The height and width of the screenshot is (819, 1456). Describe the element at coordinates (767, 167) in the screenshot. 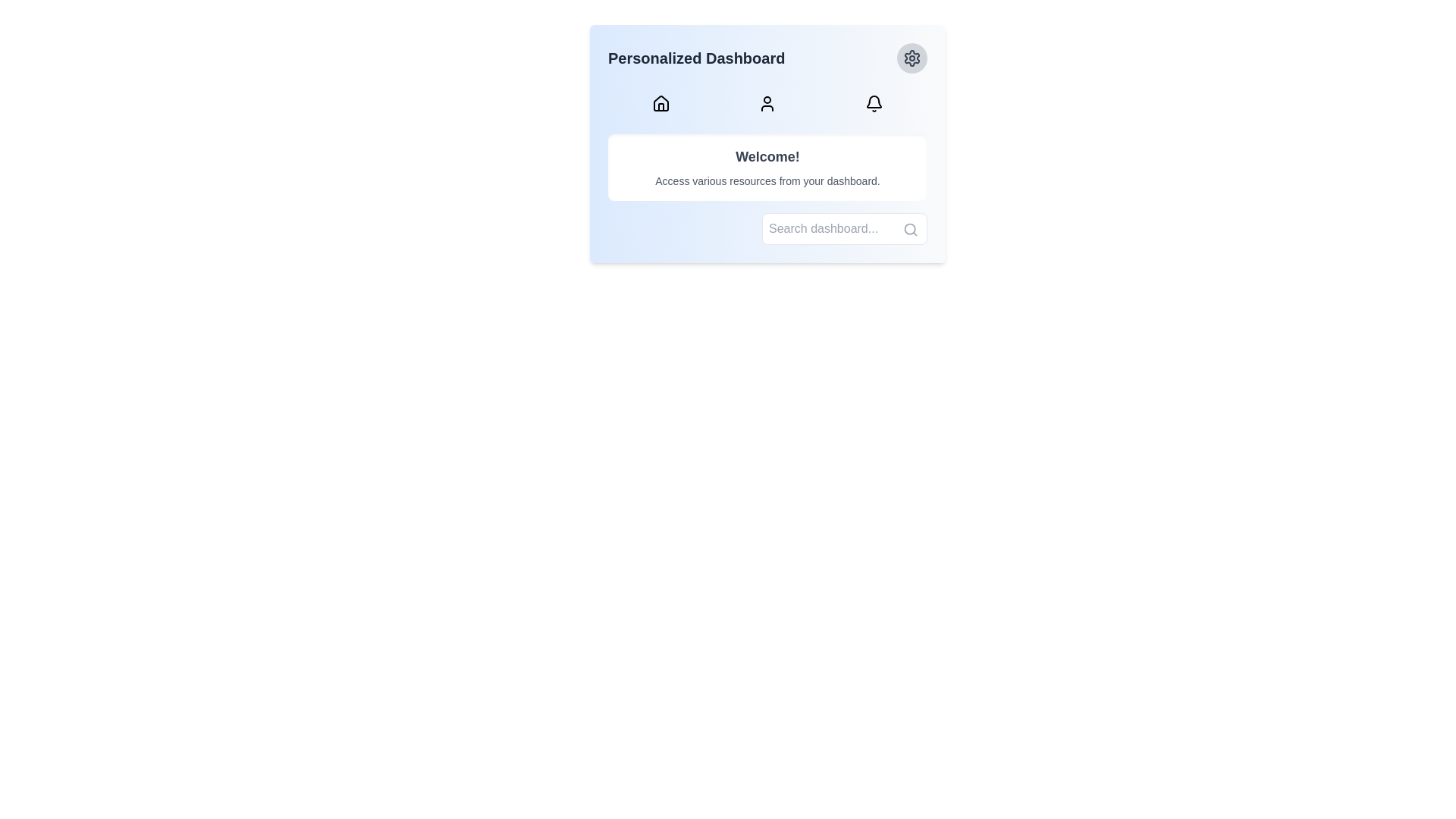

I see `the label displaying 'Welcome!' and 'Access various resources from your dashboard.' which is centrally located in the white rectangular card` at that location.